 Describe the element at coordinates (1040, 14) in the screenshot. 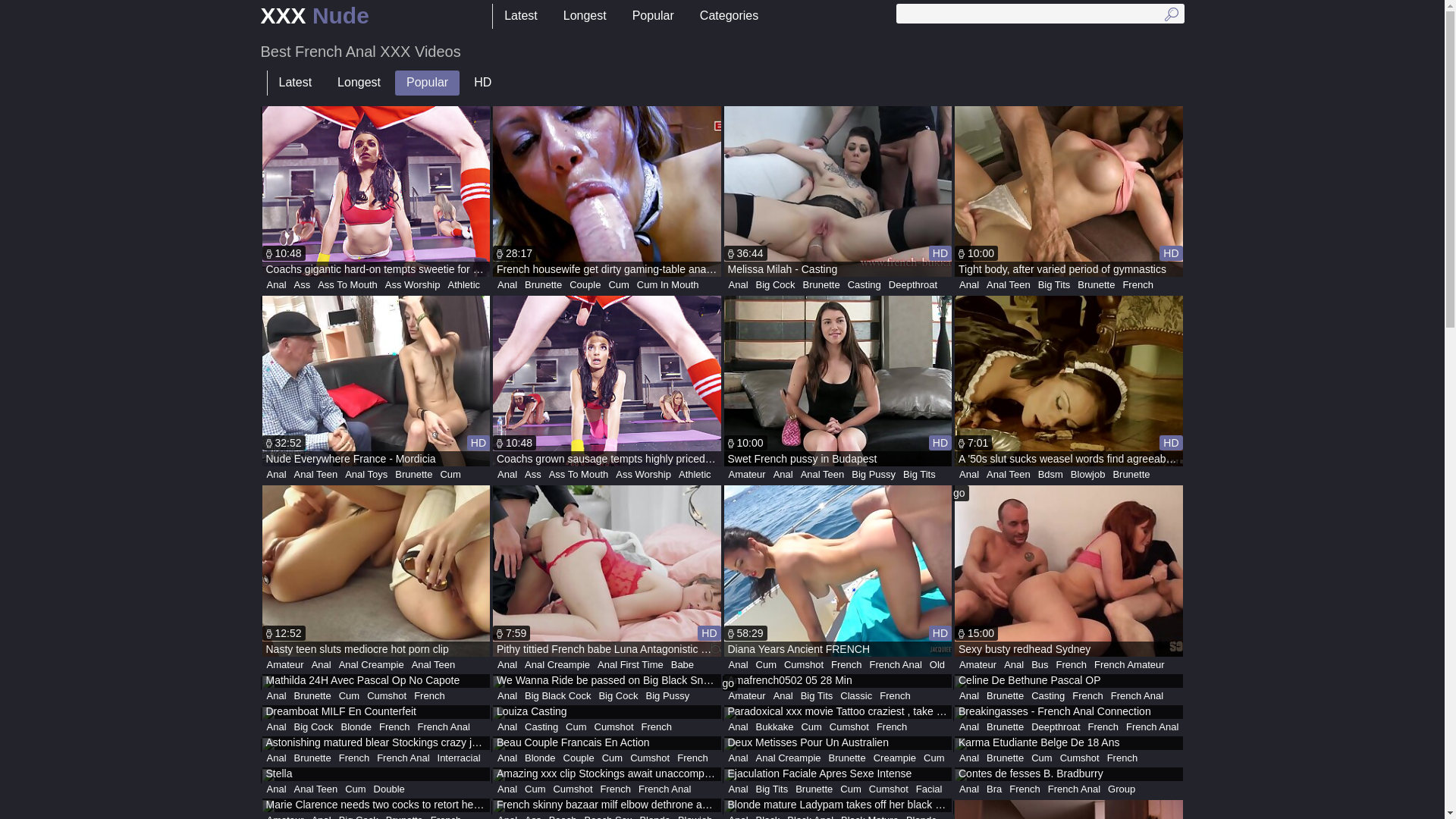

I see `'Search X Videos'` at that location.